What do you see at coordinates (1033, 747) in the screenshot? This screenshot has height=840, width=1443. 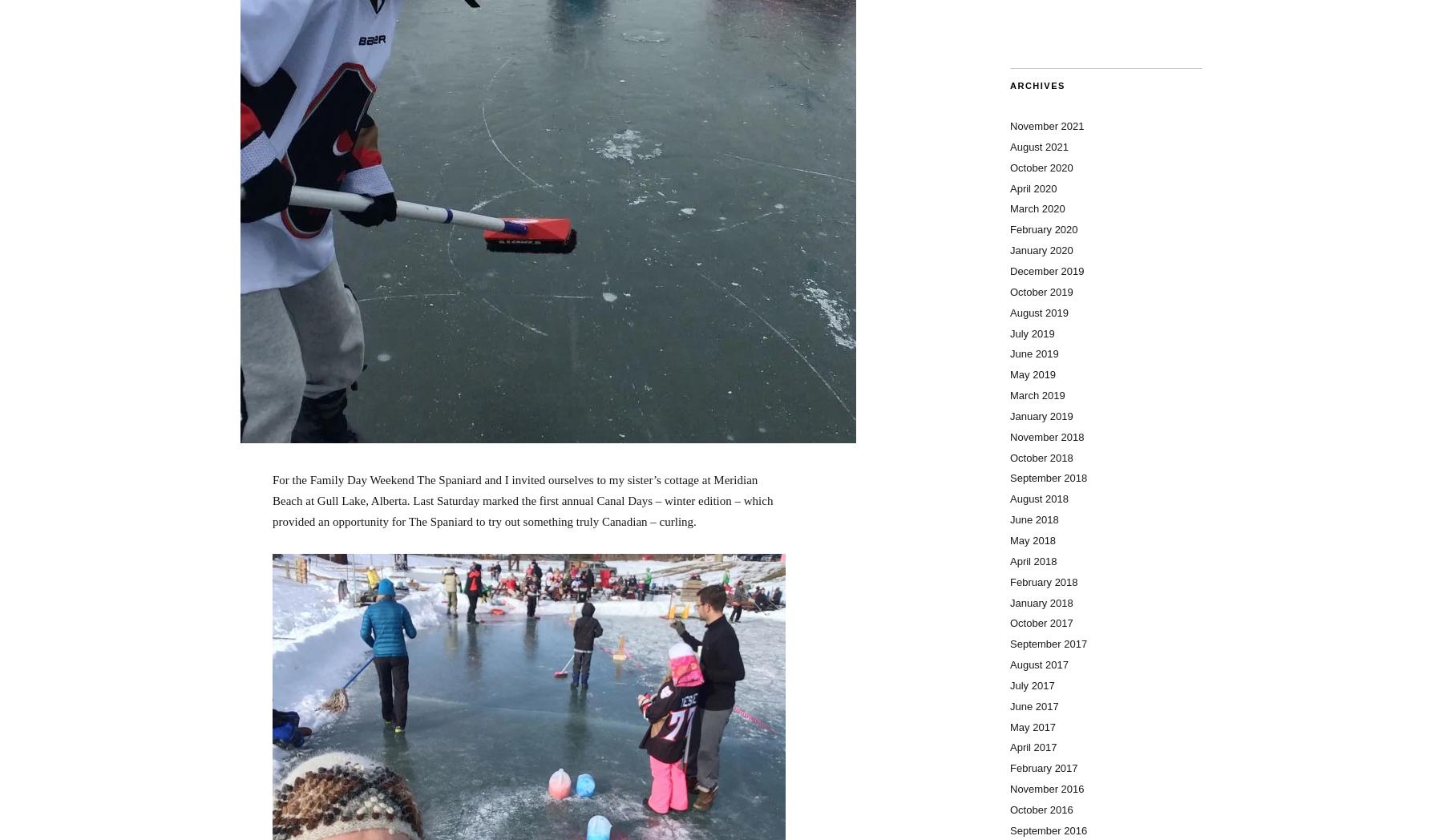 I see `'April 2017'` at bounding box center [1033, 747].